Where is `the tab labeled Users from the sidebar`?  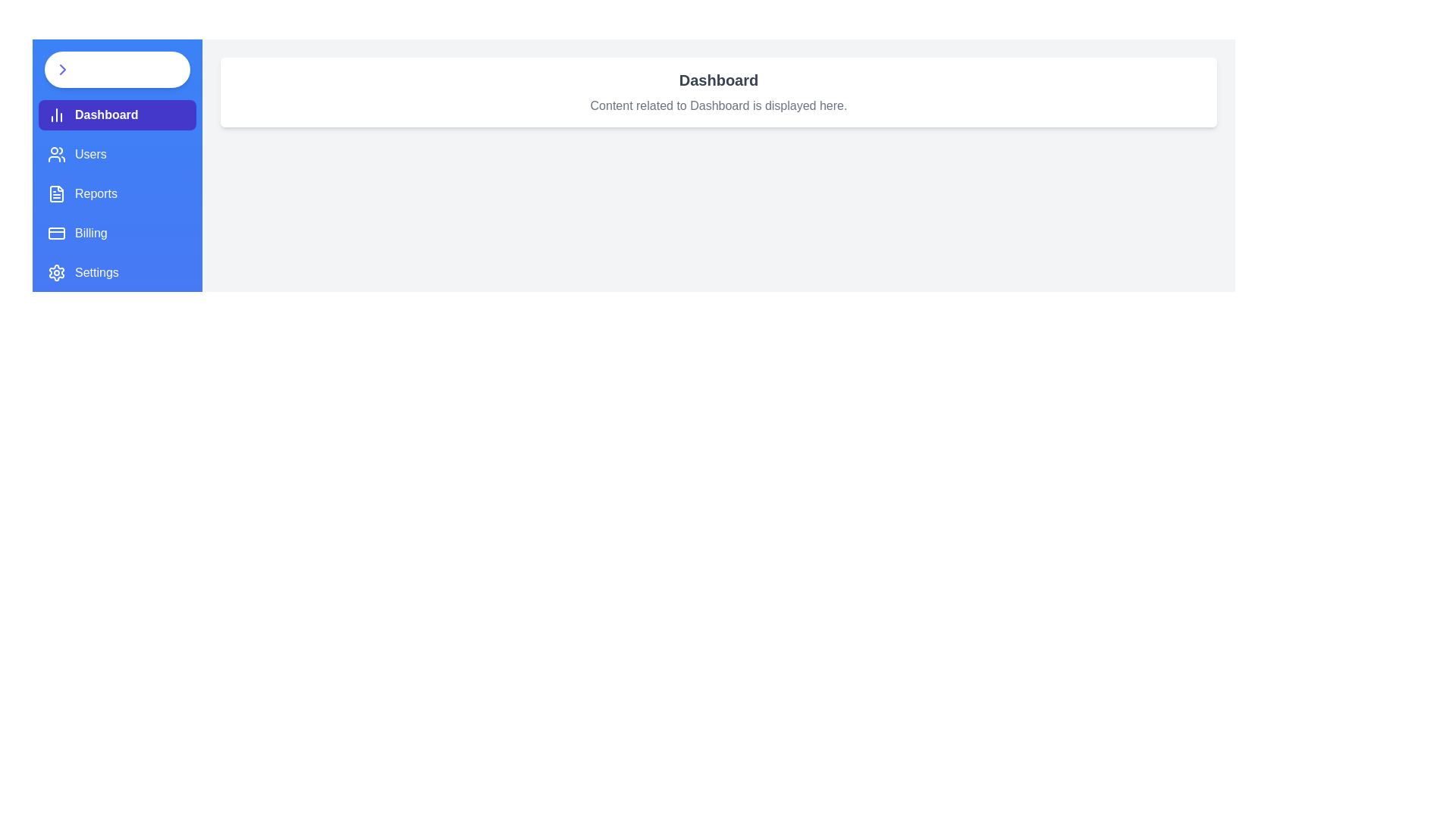
the tab labeled Users from the sidebar is located at coordinates (116, 155).